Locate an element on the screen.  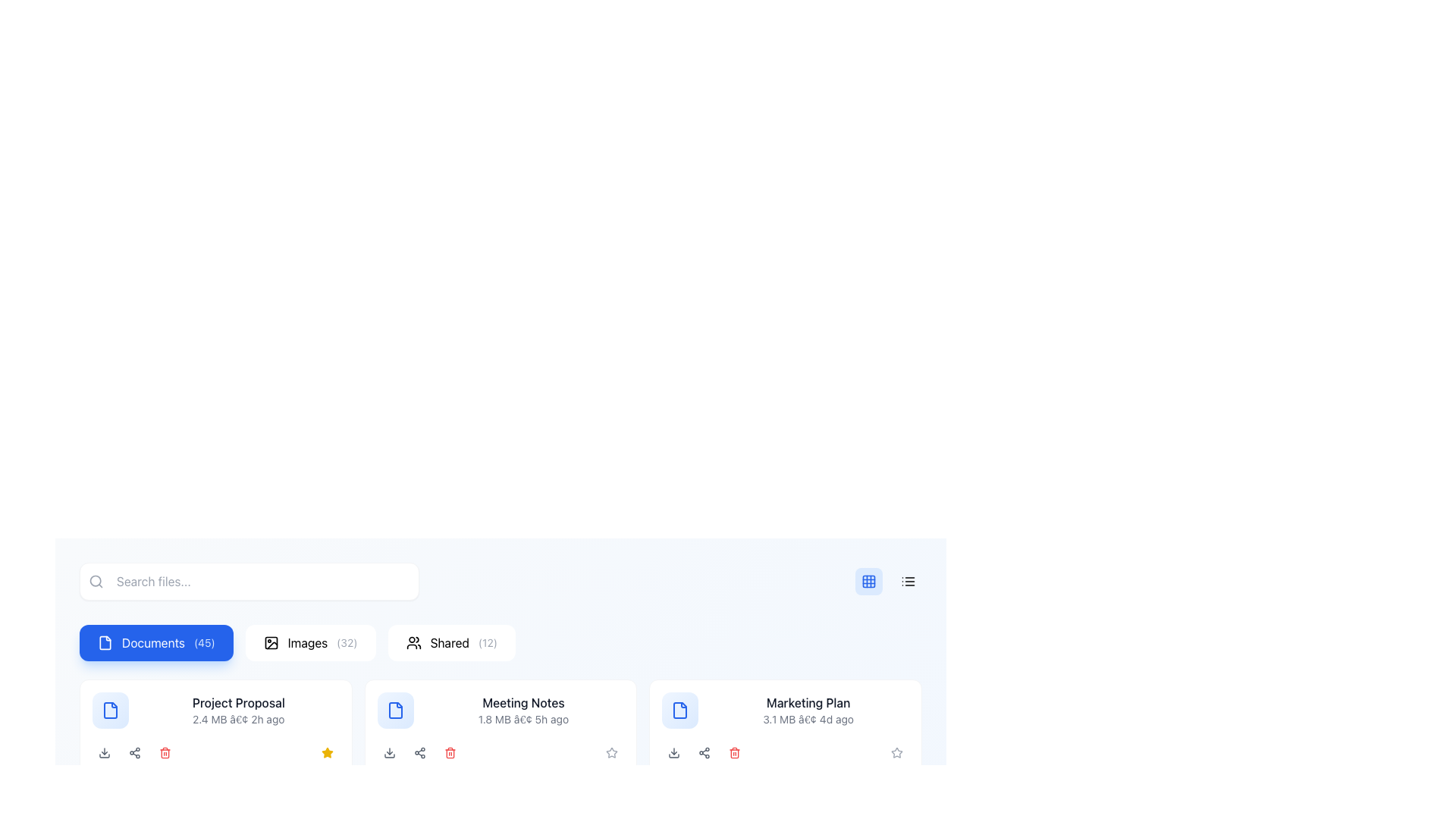
the document icon representing 'Meeting Notes' is located at coordinates (395, 711).